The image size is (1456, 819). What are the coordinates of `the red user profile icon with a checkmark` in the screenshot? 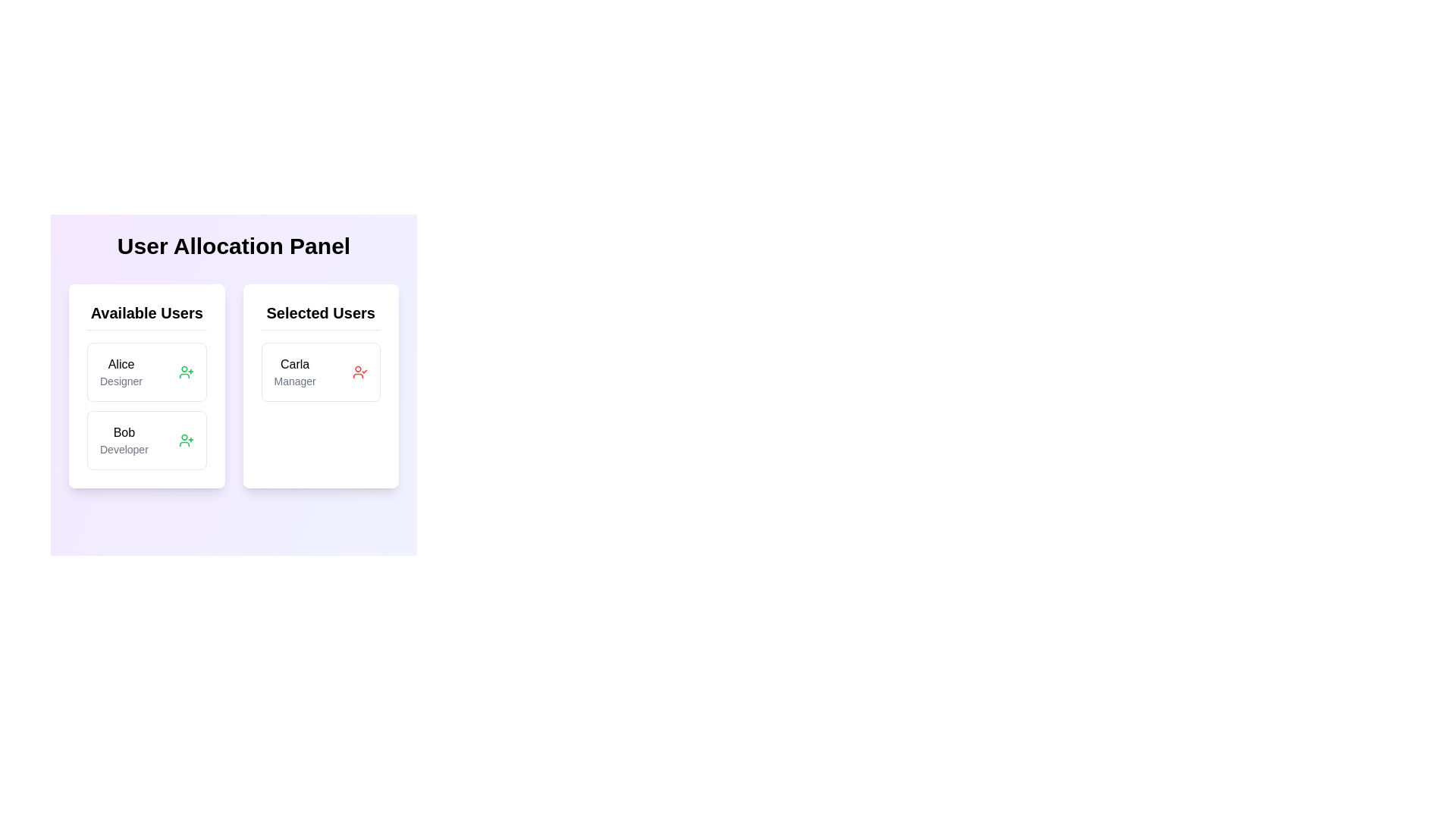 It's located at (359, 372).